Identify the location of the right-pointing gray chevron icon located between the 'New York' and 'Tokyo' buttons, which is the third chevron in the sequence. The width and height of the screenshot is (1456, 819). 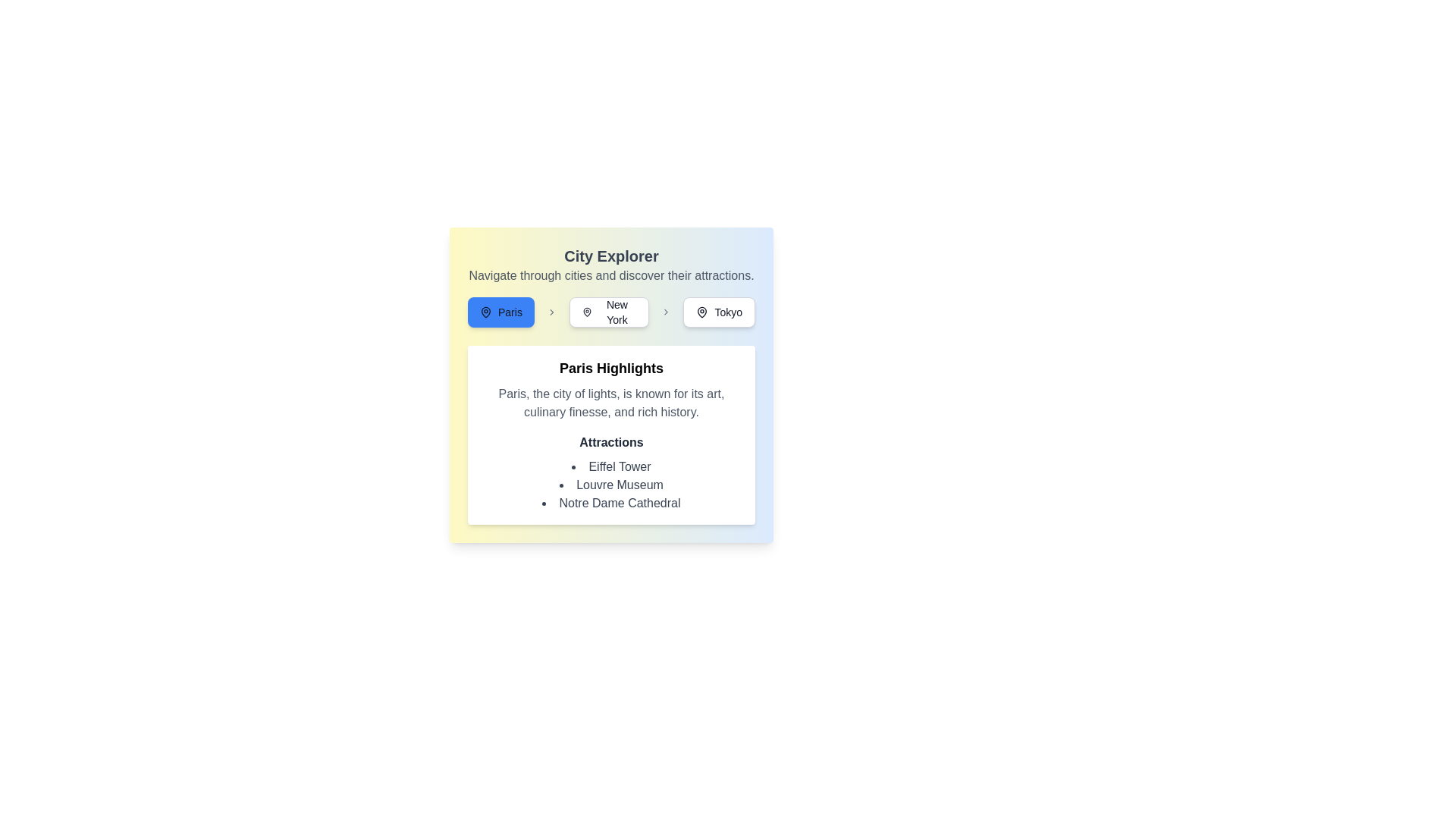
(666, 312).